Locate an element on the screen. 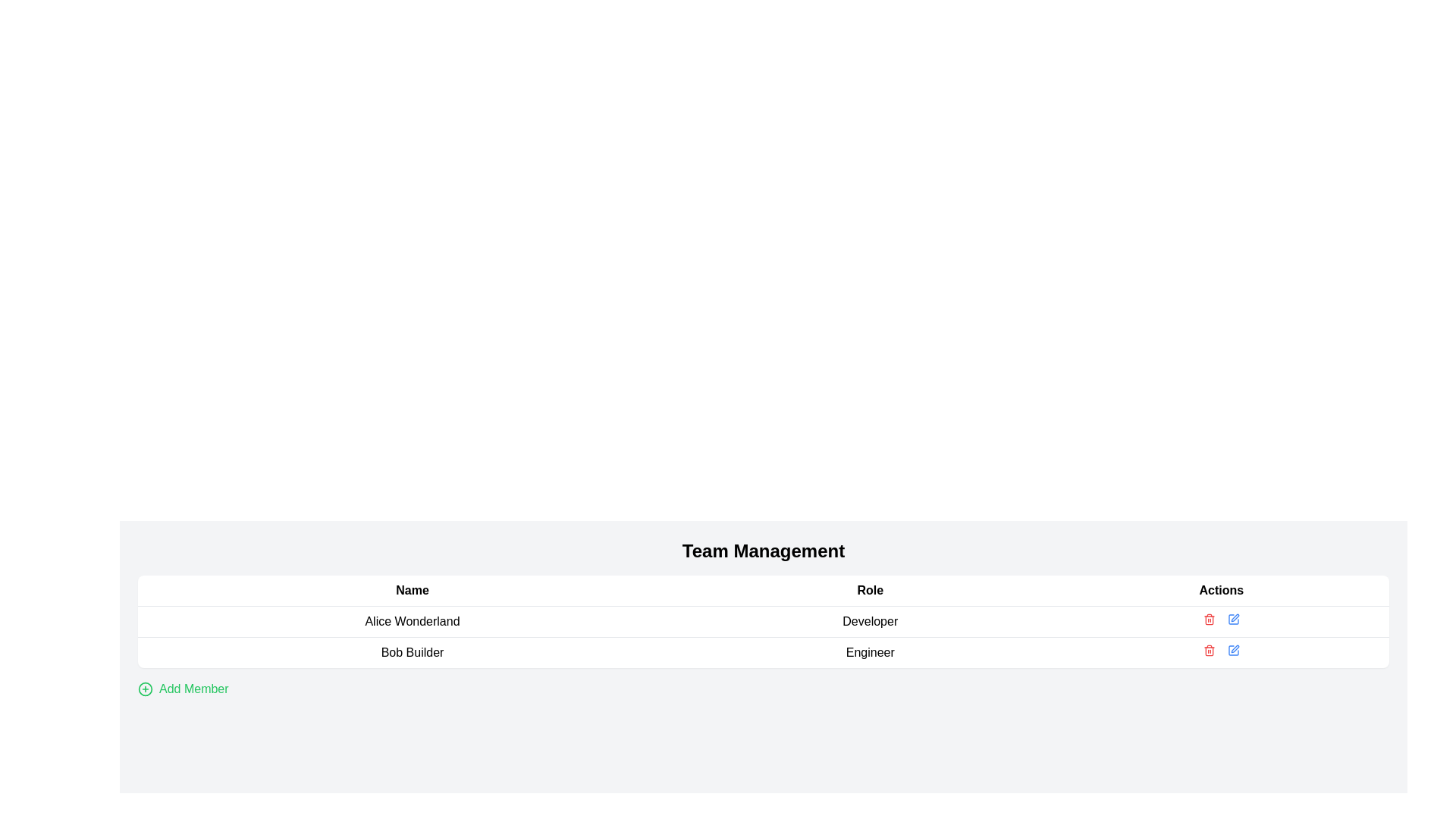  the icon that resembles a pen over a square, located in the rightmost column of the last row of the table, associated with the 'Actions' for 'Bob Builder - Engineer' is located at coordinates (1233, 649).